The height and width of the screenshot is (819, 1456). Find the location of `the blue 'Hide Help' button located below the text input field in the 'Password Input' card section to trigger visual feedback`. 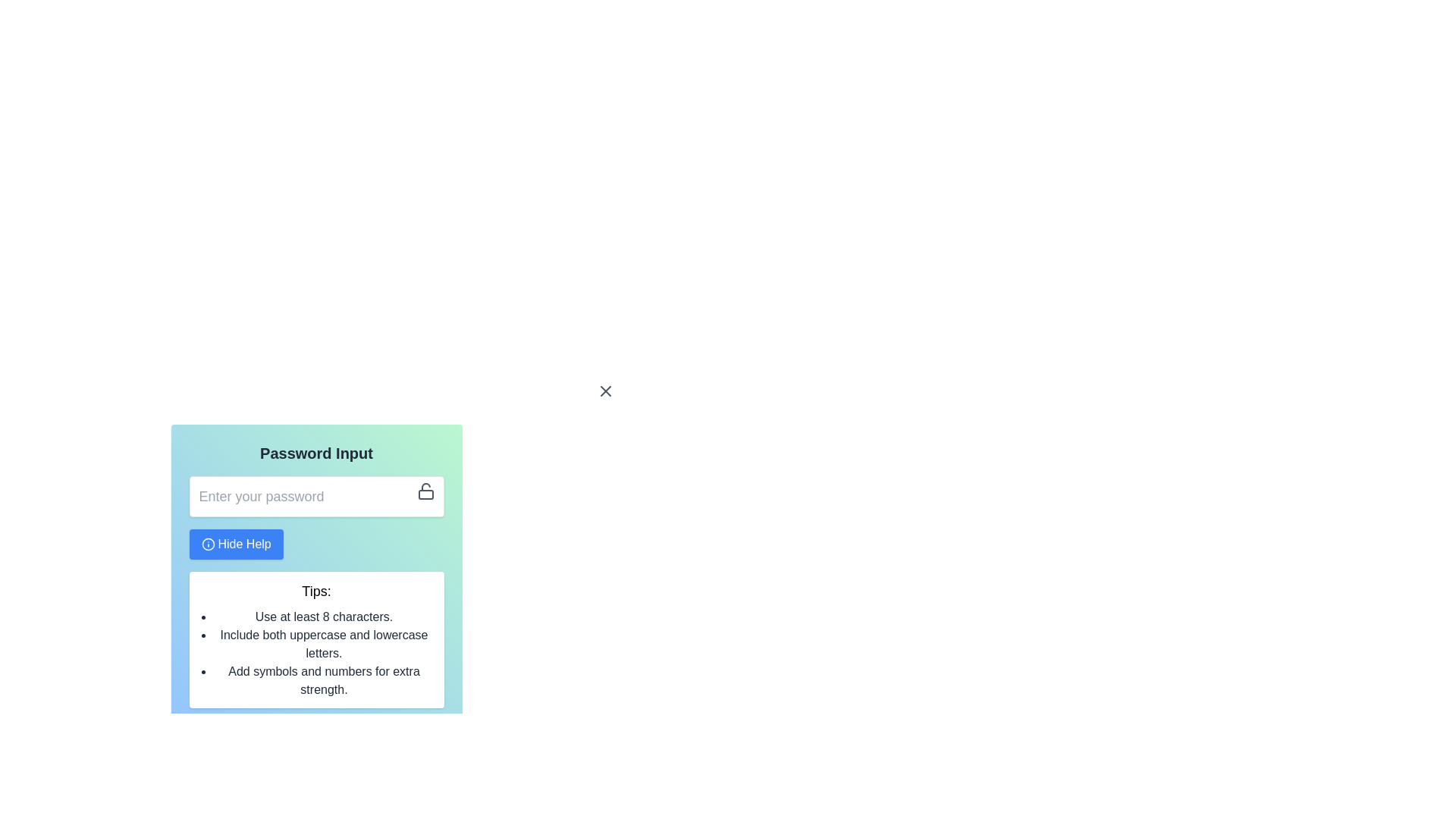

the blue 'Hide Help' button located below the text input field in the 'Password Input' card section to trigger visual feedback is located at coordinates (235, 543).